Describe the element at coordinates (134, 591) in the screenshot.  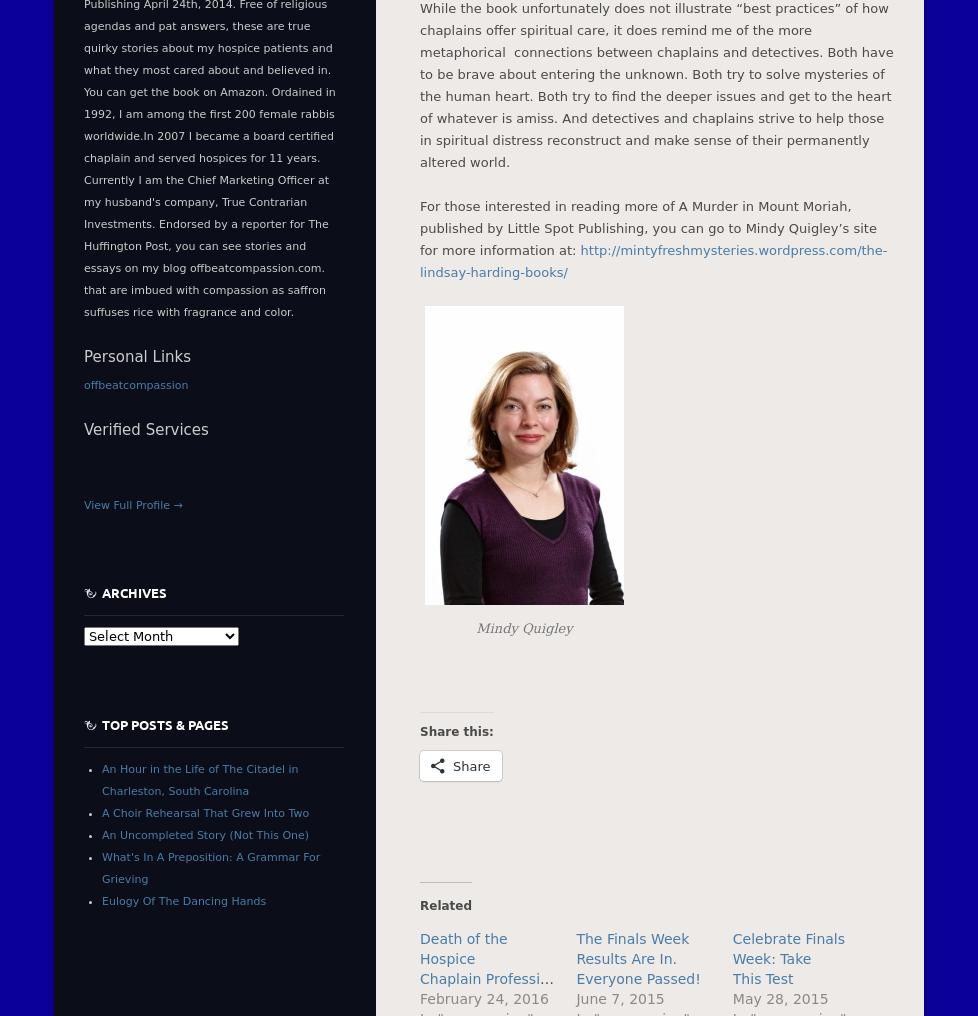
I see `'Archives'` at that location.